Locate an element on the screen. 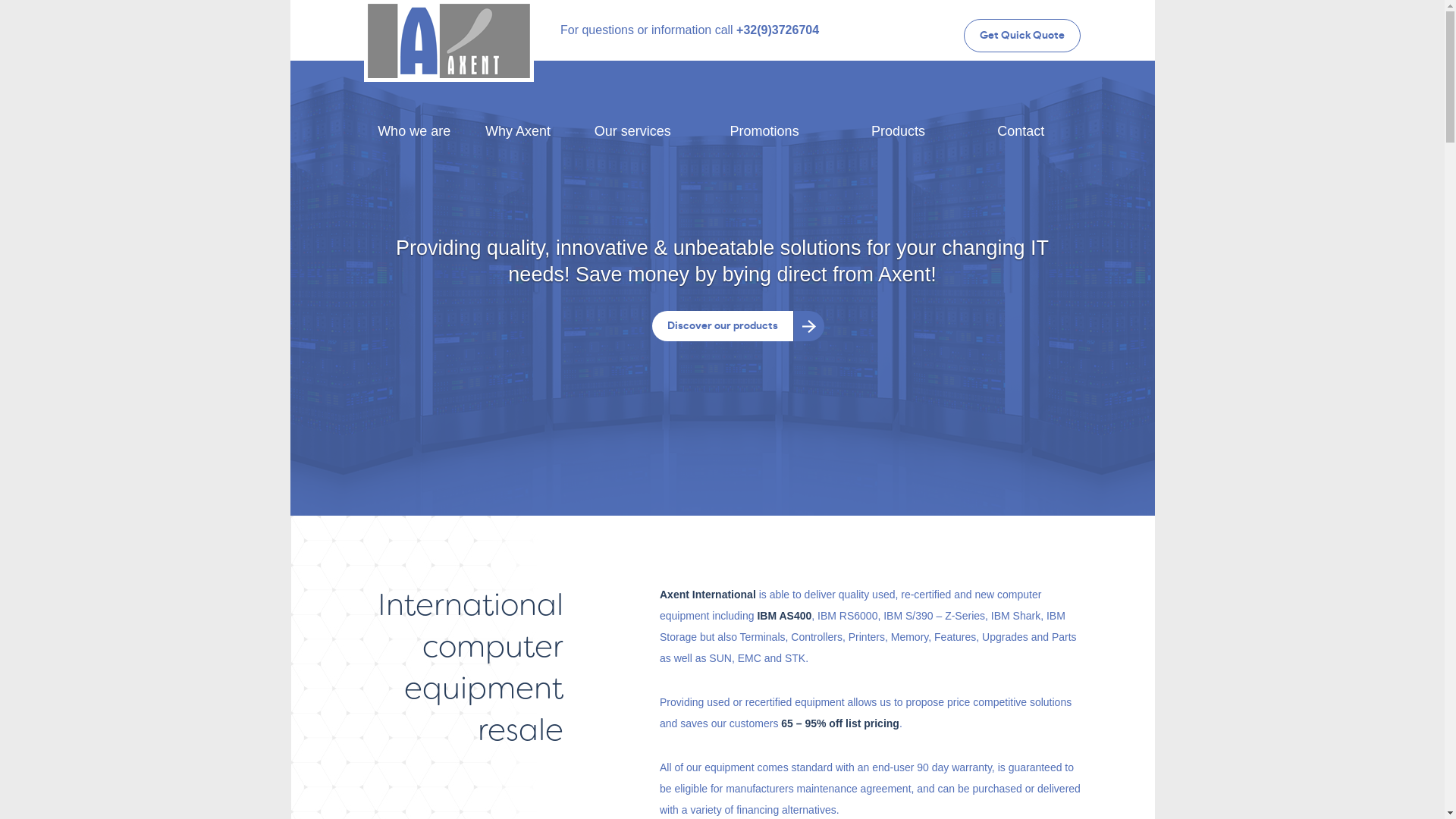 The width and height of the screenshot is (1456, 819). 'Promotions' is located at coordinates (693, 130).